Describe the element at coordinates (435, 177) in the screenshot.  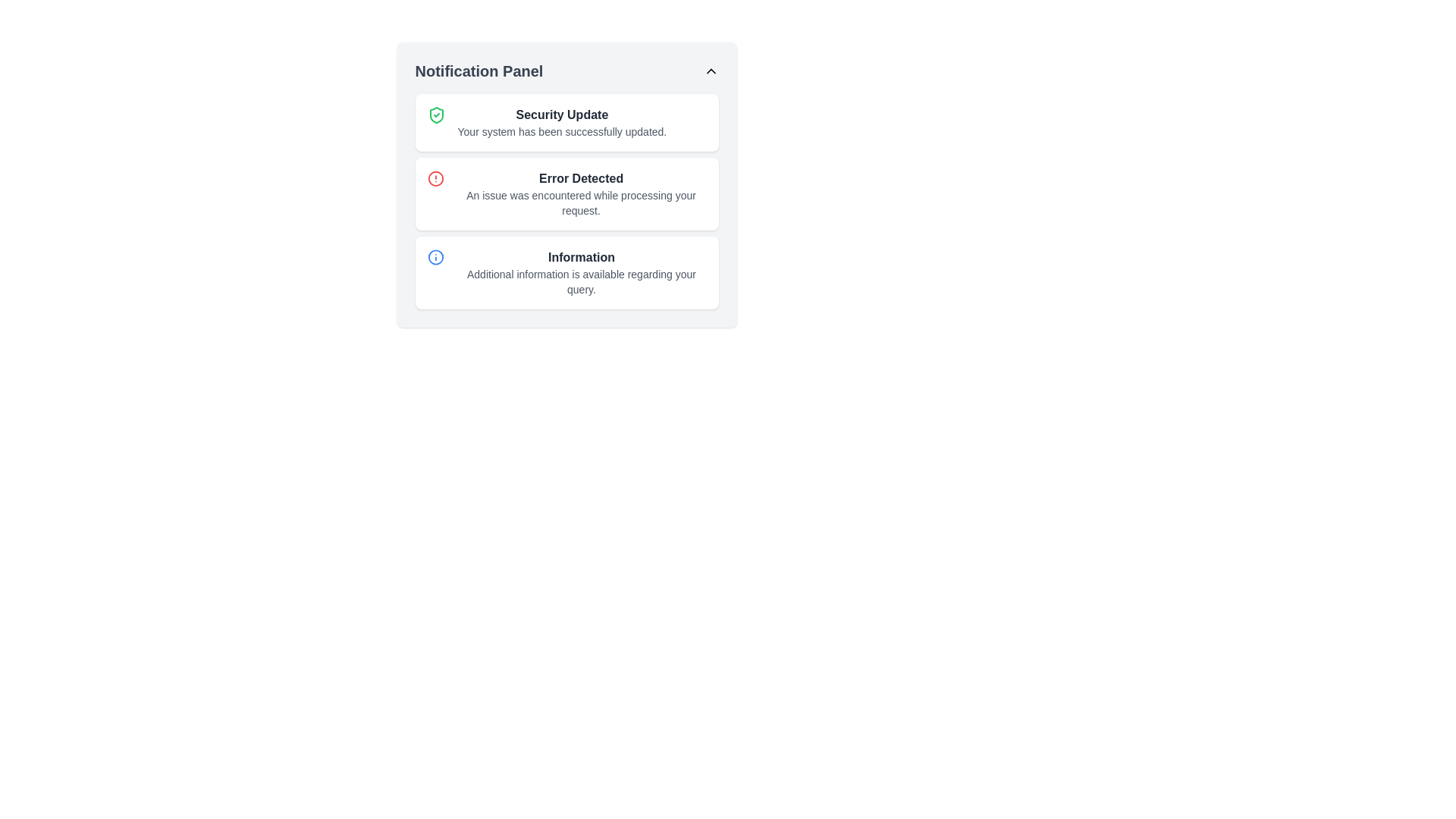
I see `the error alert icon located to the left of the 'Error Detected' text block in the notification panel` at that location.